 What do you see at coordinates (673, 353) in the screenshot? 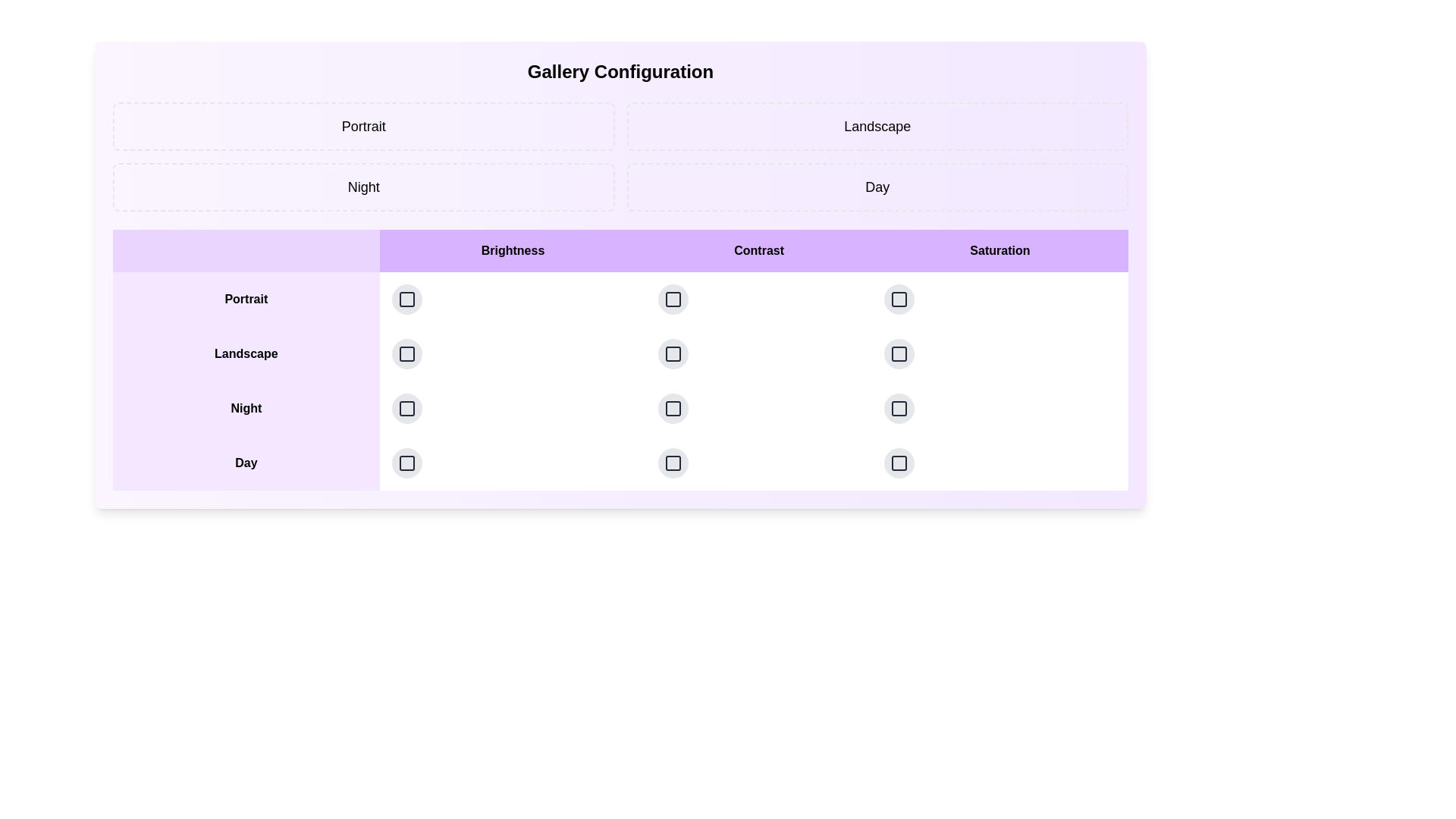
I see `the square button with rounded corners, set within a light gray circular background, located` at bounding box center [673, 353].